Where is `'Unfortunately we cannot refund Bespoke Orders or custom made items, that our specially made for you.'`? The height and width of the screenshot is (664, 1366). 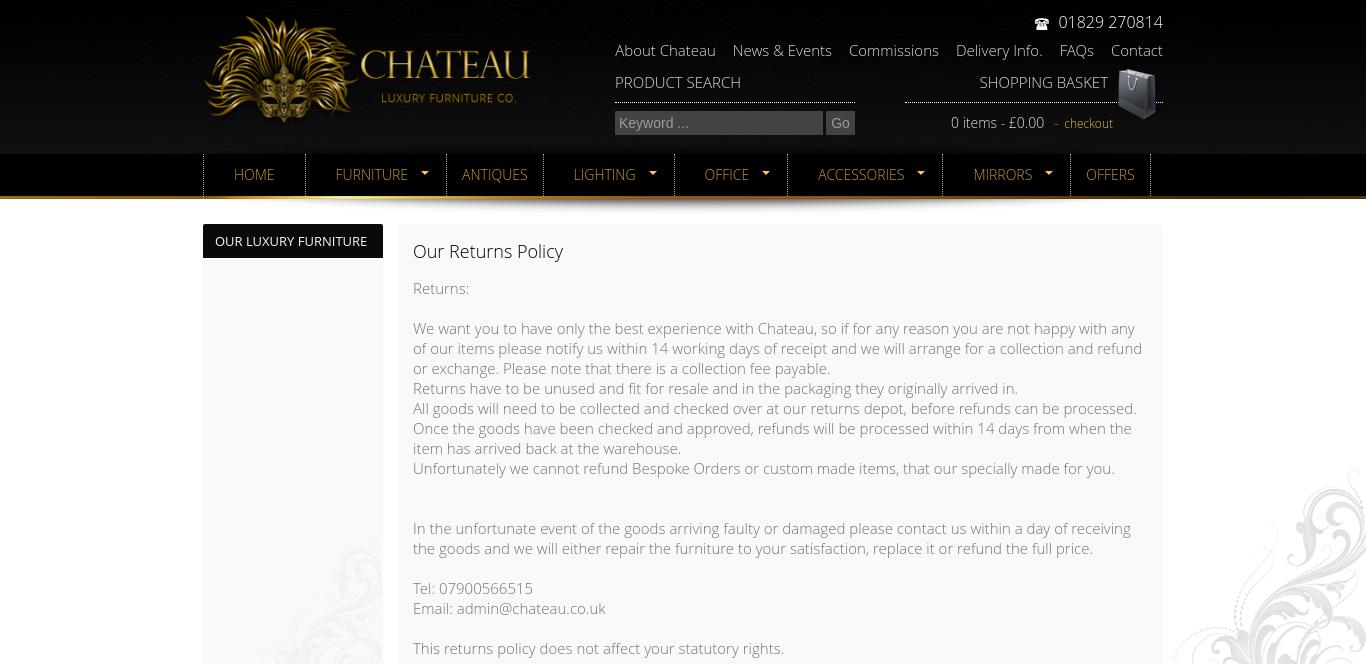
'Unfortunately we cannot refund Bespoke Orders or custom made items, that our specially made for you.' is located at coordinates (763, 466).